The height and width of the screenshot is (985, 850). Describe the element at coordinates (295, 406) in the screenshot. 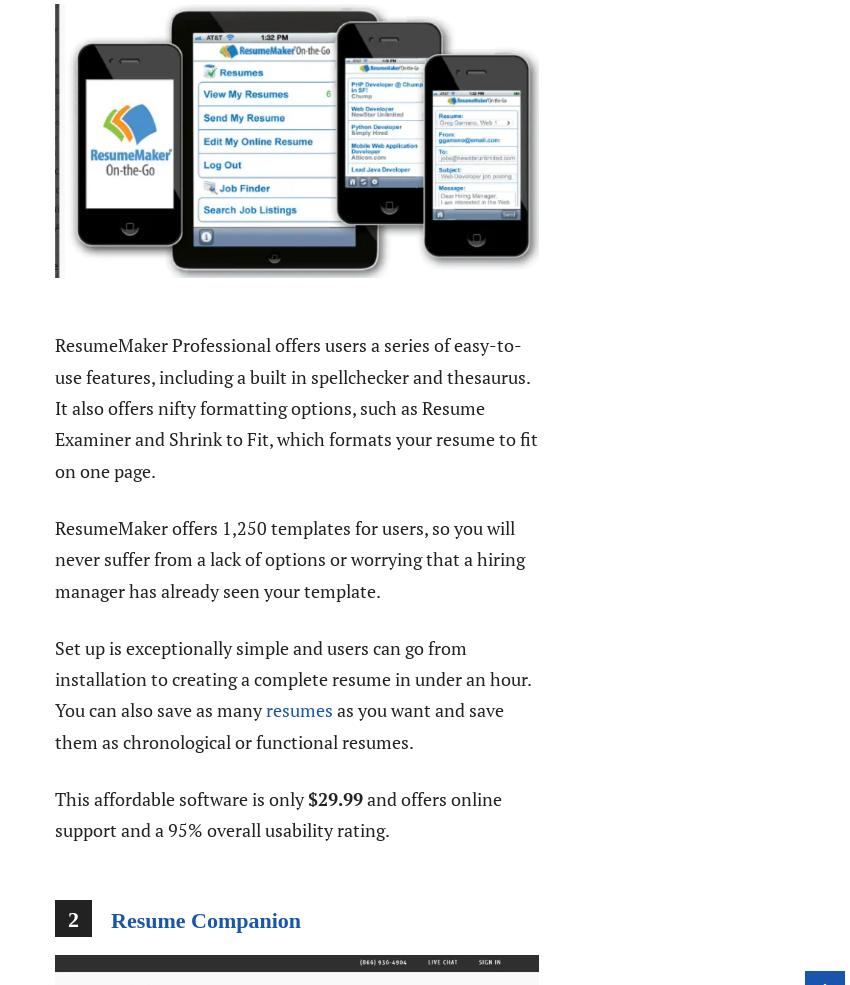

I see `'ResumeMaker Professional offers users a series of easy-to-use features, including a built in spellchecker and thesaurus. It also offers nifty formatting options, such as Resume Examiner and Shrink to Fit, which formats your resume to fit on one page.'` at that location.